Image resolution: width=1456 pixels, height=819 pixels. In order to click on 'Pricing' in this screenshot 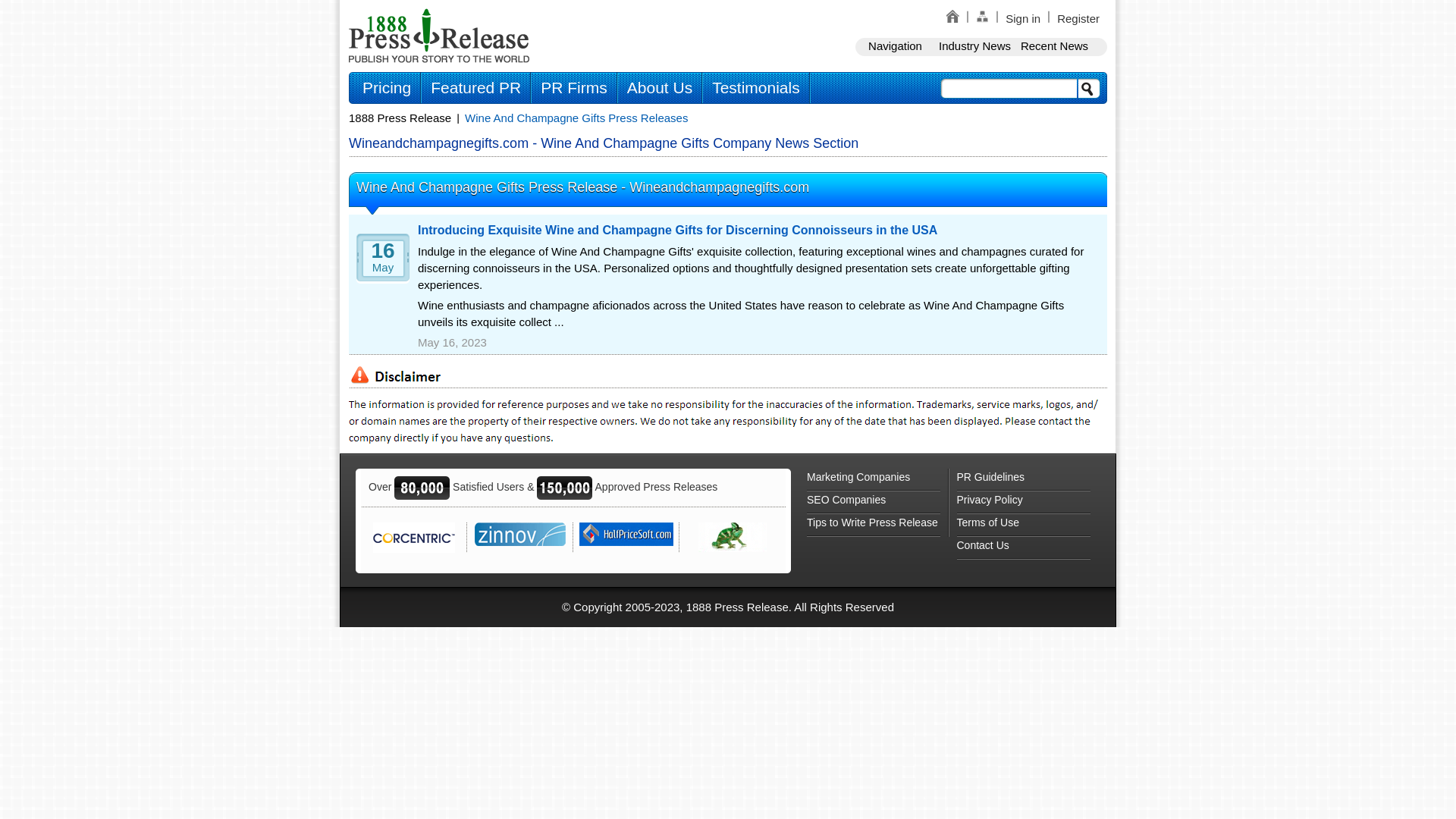, I will do `click(386, 87)`.